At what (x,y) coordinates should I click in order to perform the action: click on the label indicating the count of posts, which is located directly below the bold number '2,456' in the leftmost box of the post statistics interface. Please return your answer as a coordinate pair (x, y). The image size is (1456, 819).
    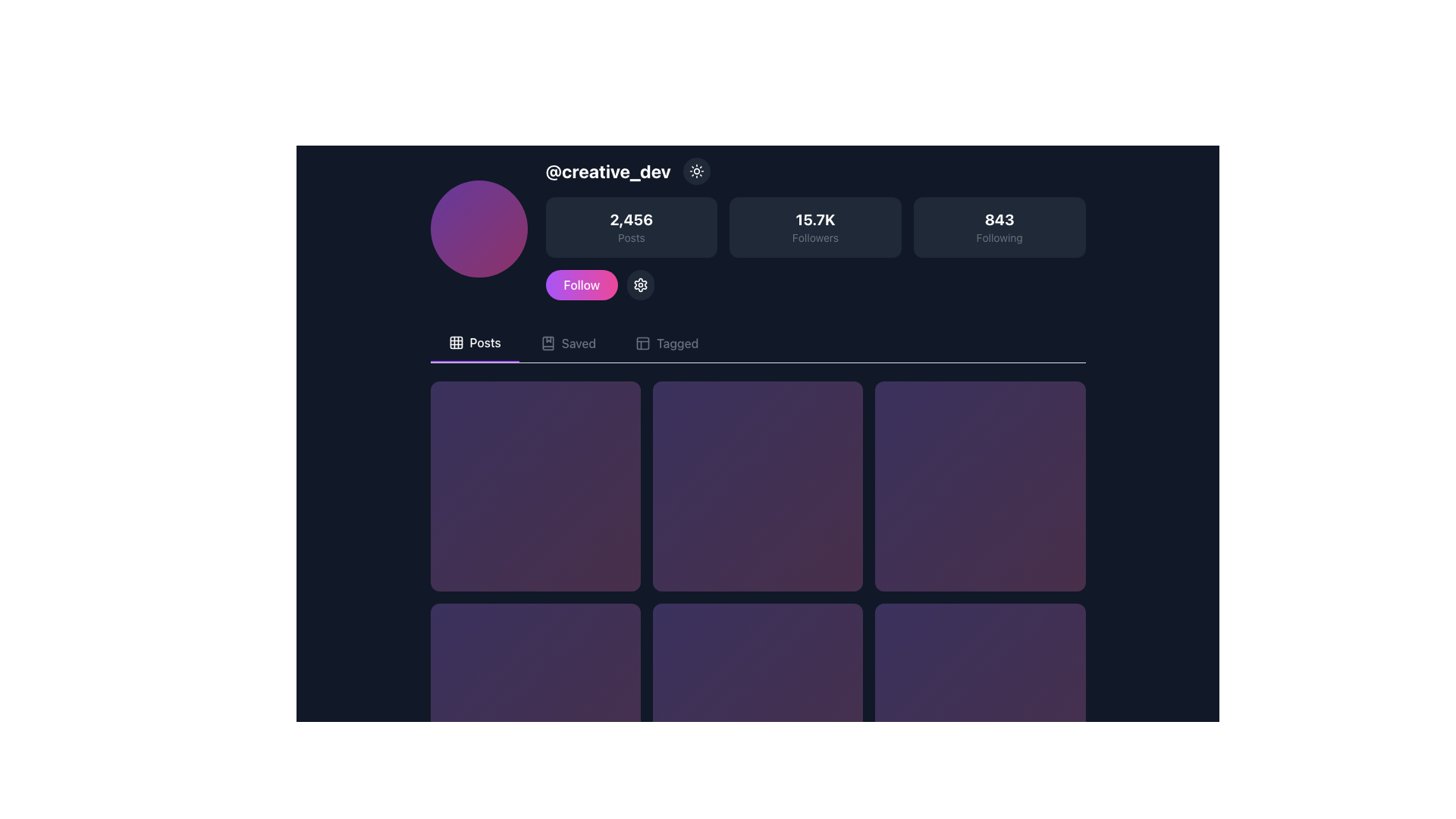
    Looking at the image, I should click on (631, 237).